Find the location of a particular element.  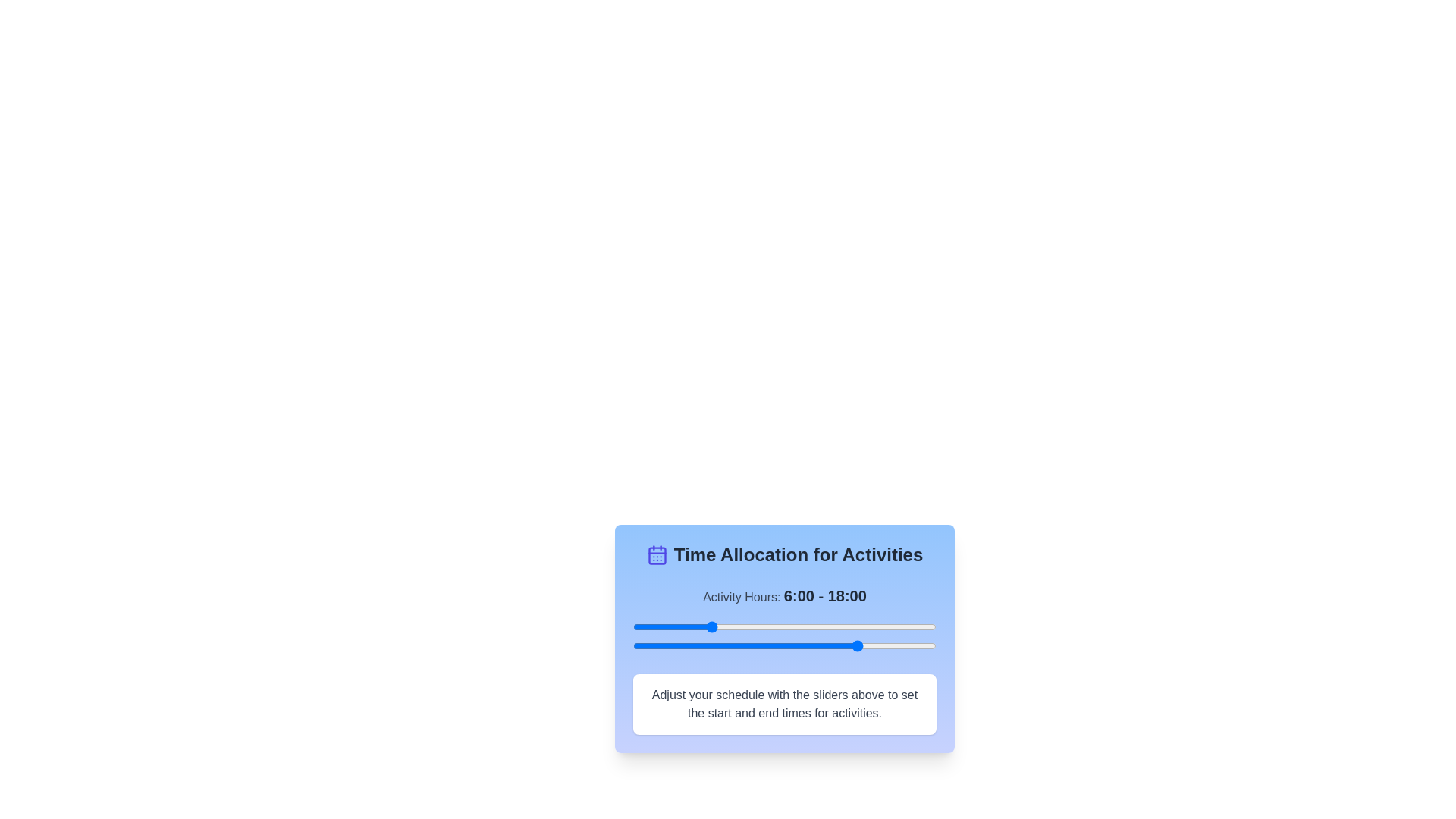

the start time to 13 hours using the left slider is located at coordinates (796, 626).